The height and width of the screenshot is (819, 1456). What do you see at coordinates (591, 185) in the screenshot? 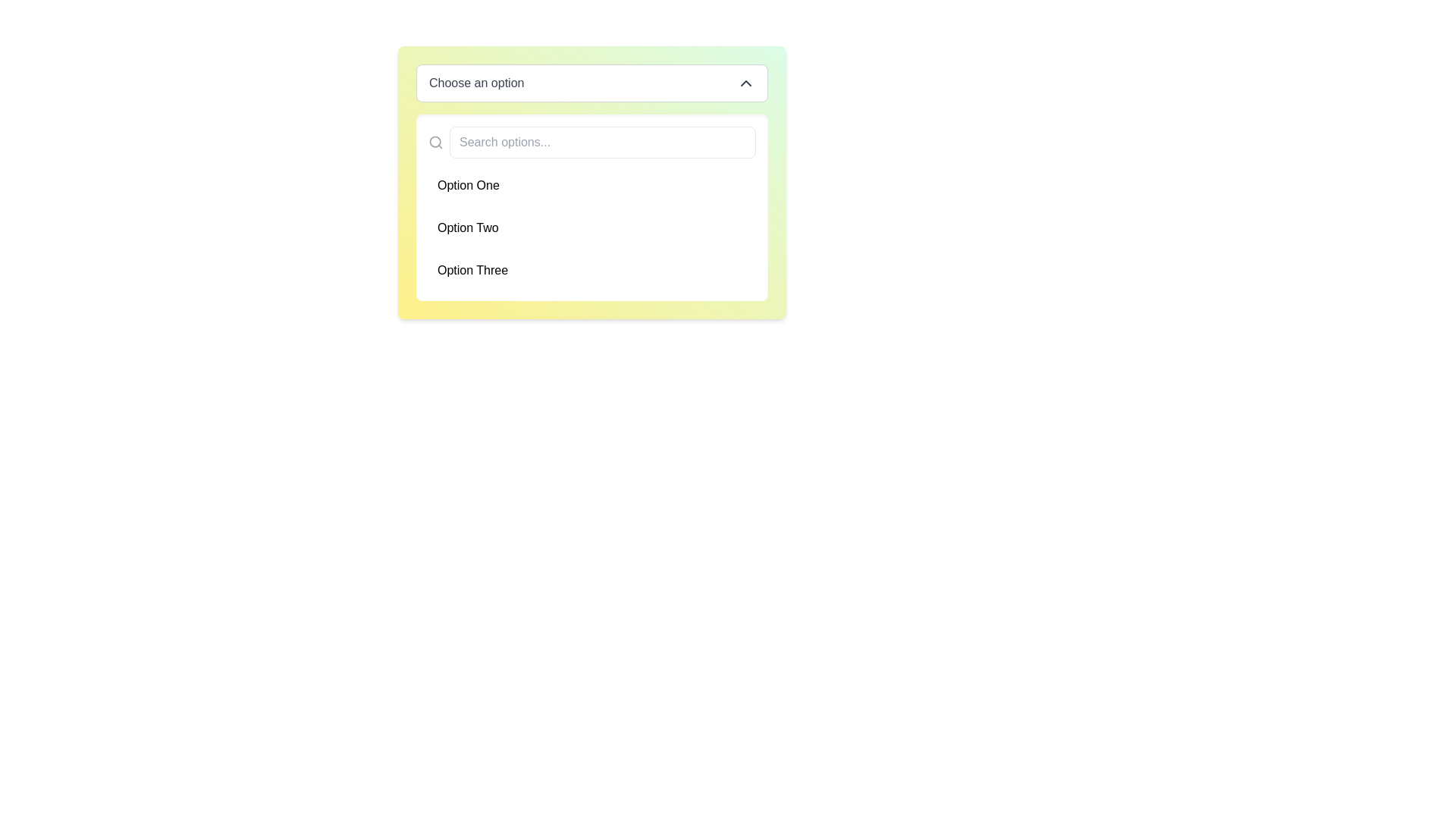
I see `the first list option labeled 'Option One'` at bounding box center [591, 185].